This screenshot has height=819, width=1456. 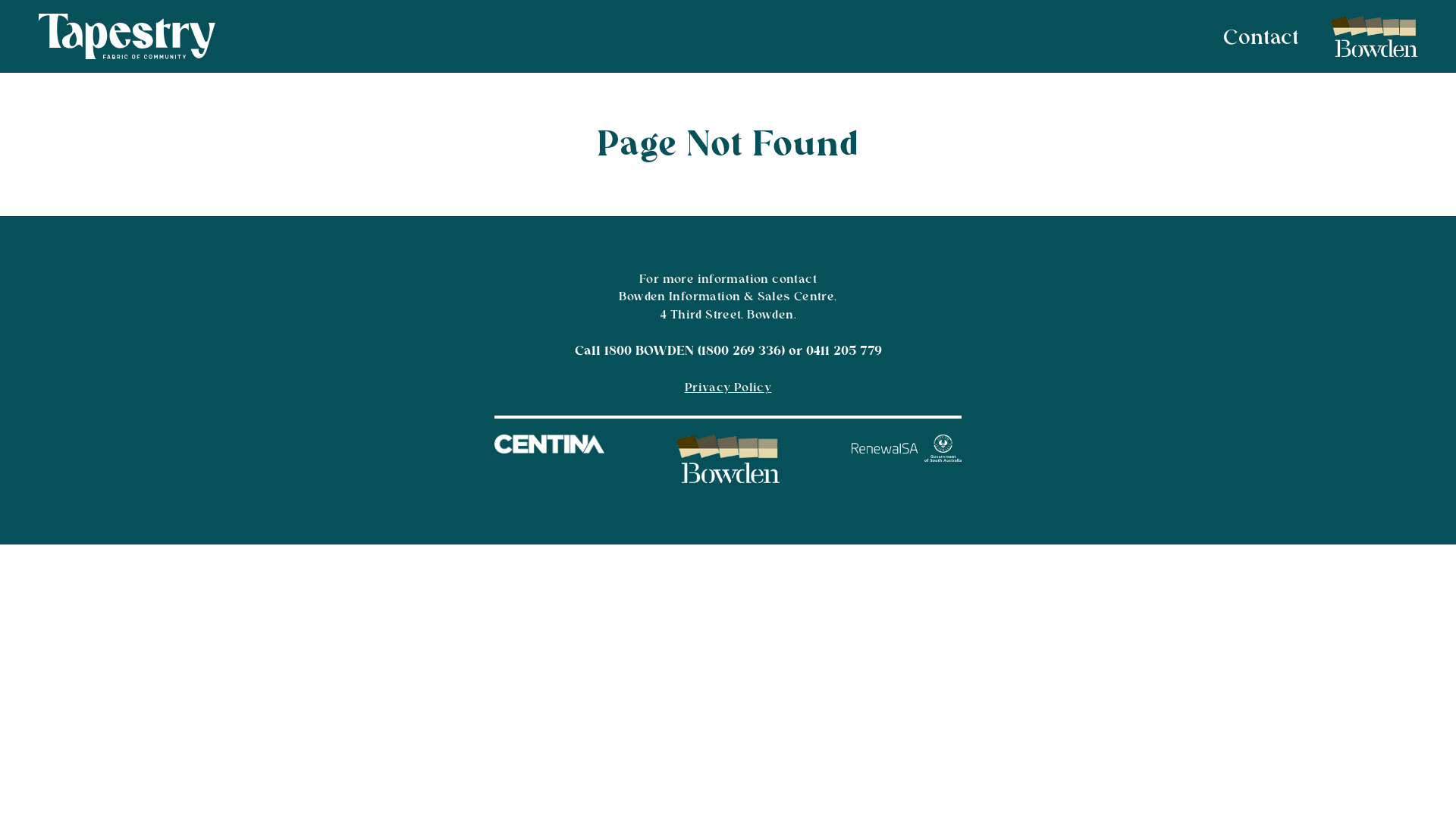 What do you see at coordinates (683, 387) in the screenshot?
I see `'Privacy Policy'` at bounding box center [683, 387].